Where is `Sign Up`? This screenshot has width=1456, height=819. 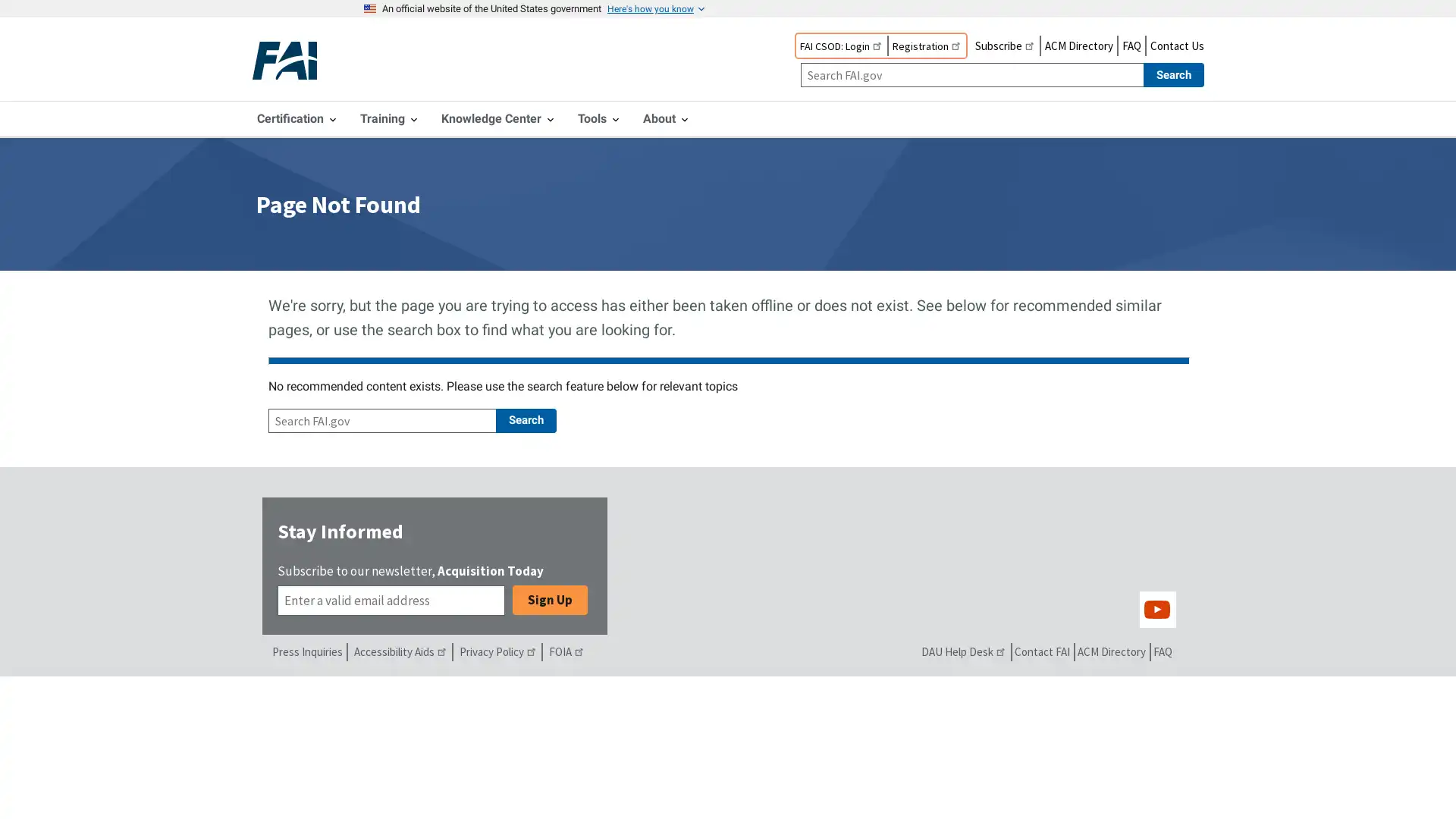 Sign Up is located at coordinates (548, 599).